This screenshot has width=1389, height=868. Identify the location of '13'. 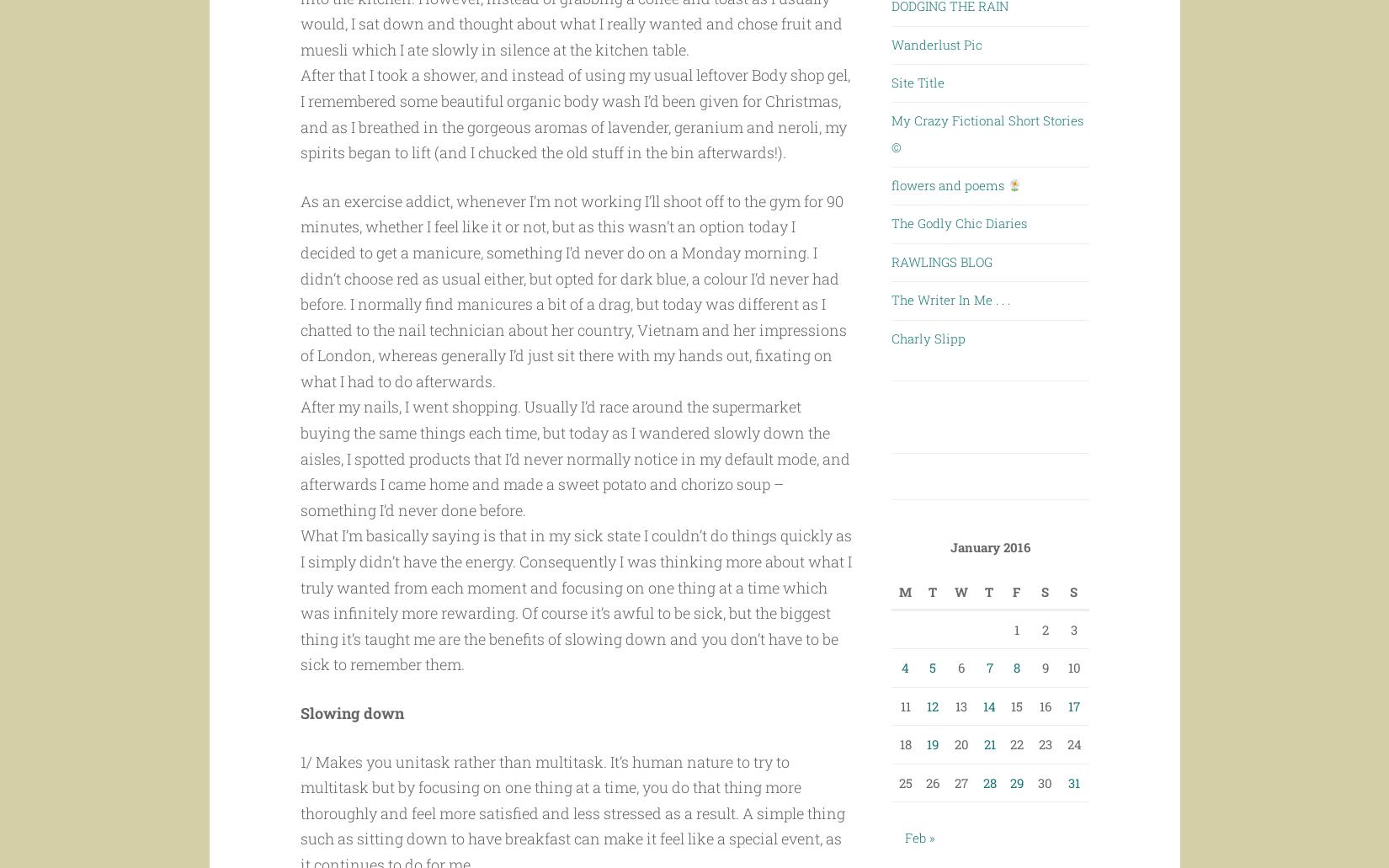
(961, 705).